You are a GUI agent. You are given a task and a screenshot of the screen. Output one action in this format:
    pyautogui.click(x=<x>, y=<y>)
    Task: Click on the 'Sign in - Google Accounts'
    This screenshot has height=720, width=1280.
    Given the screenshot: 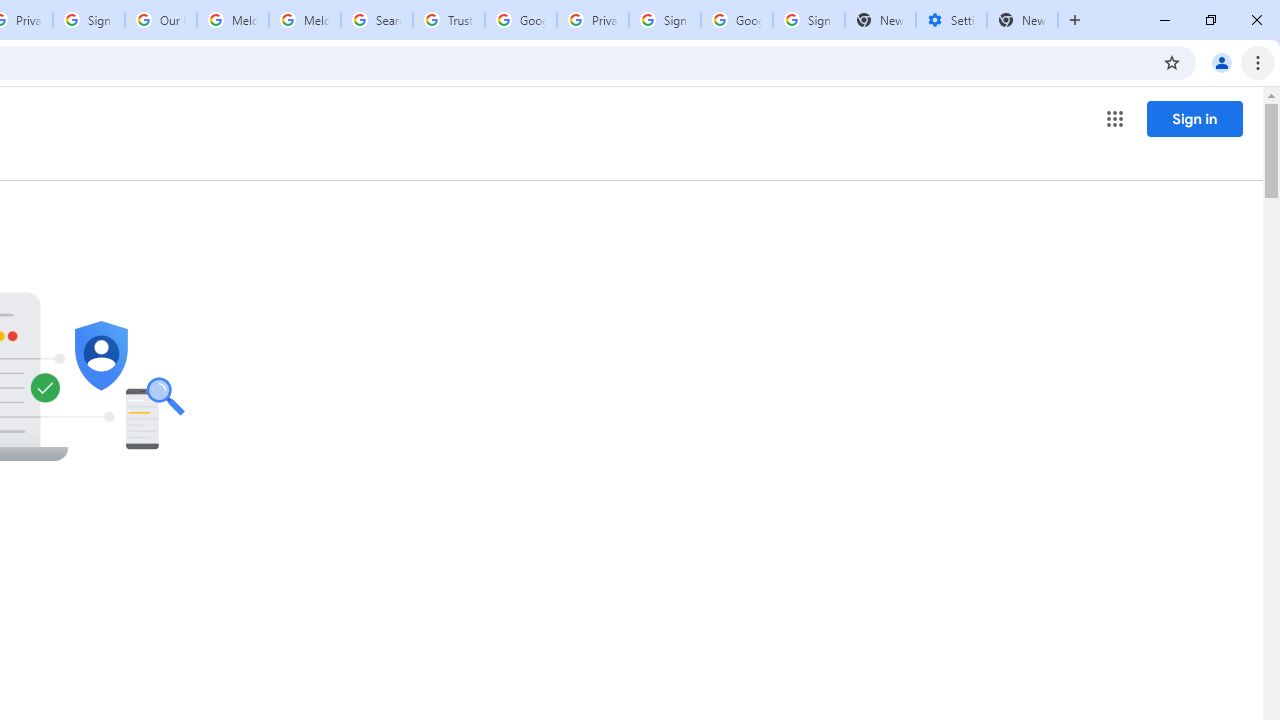 What is the action you would take?
    pyautogui.click(x=87, y=20)
    